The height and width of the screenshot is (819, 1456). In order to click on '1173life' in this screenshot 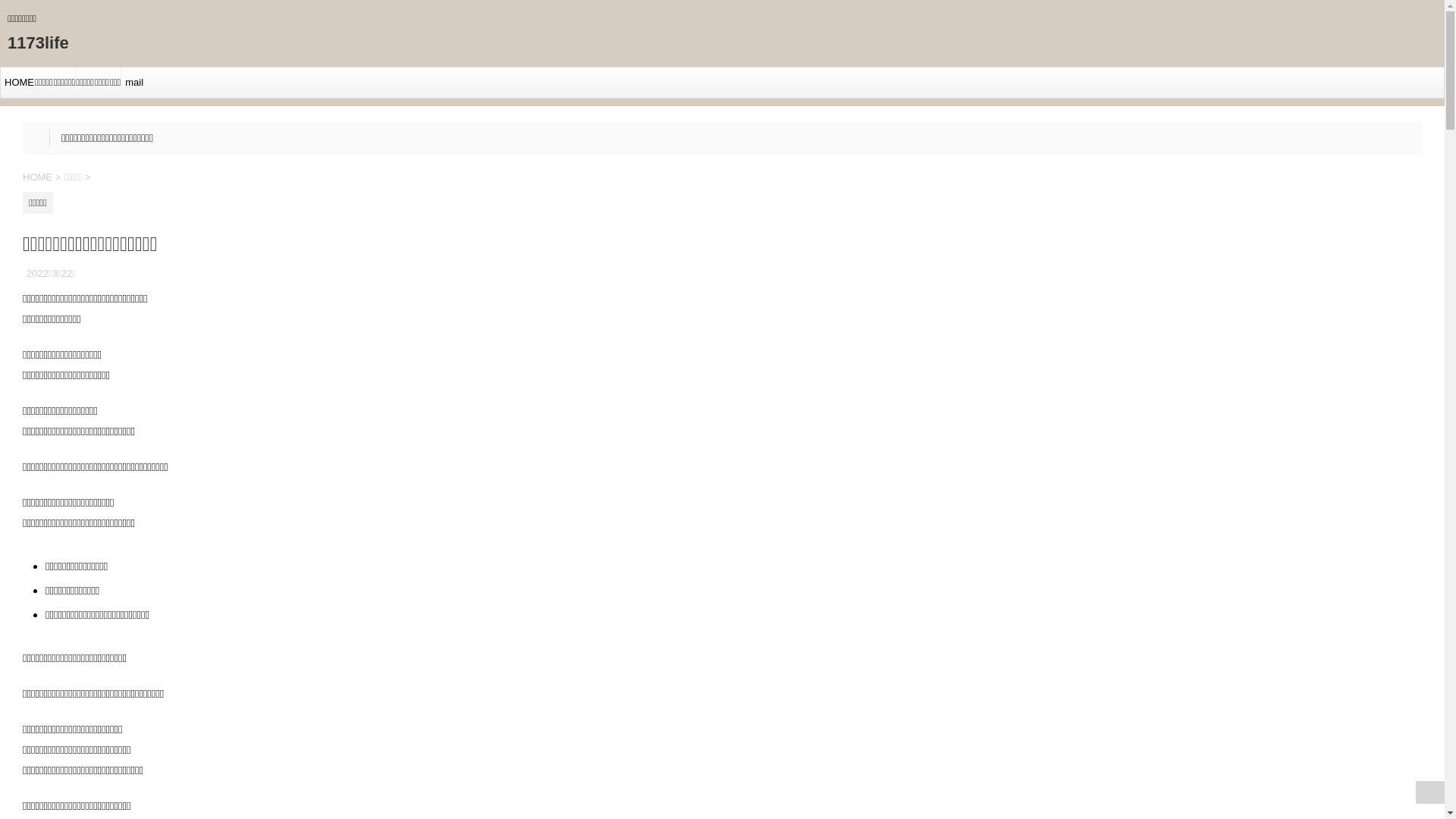, I will do `click(38, 42)`.